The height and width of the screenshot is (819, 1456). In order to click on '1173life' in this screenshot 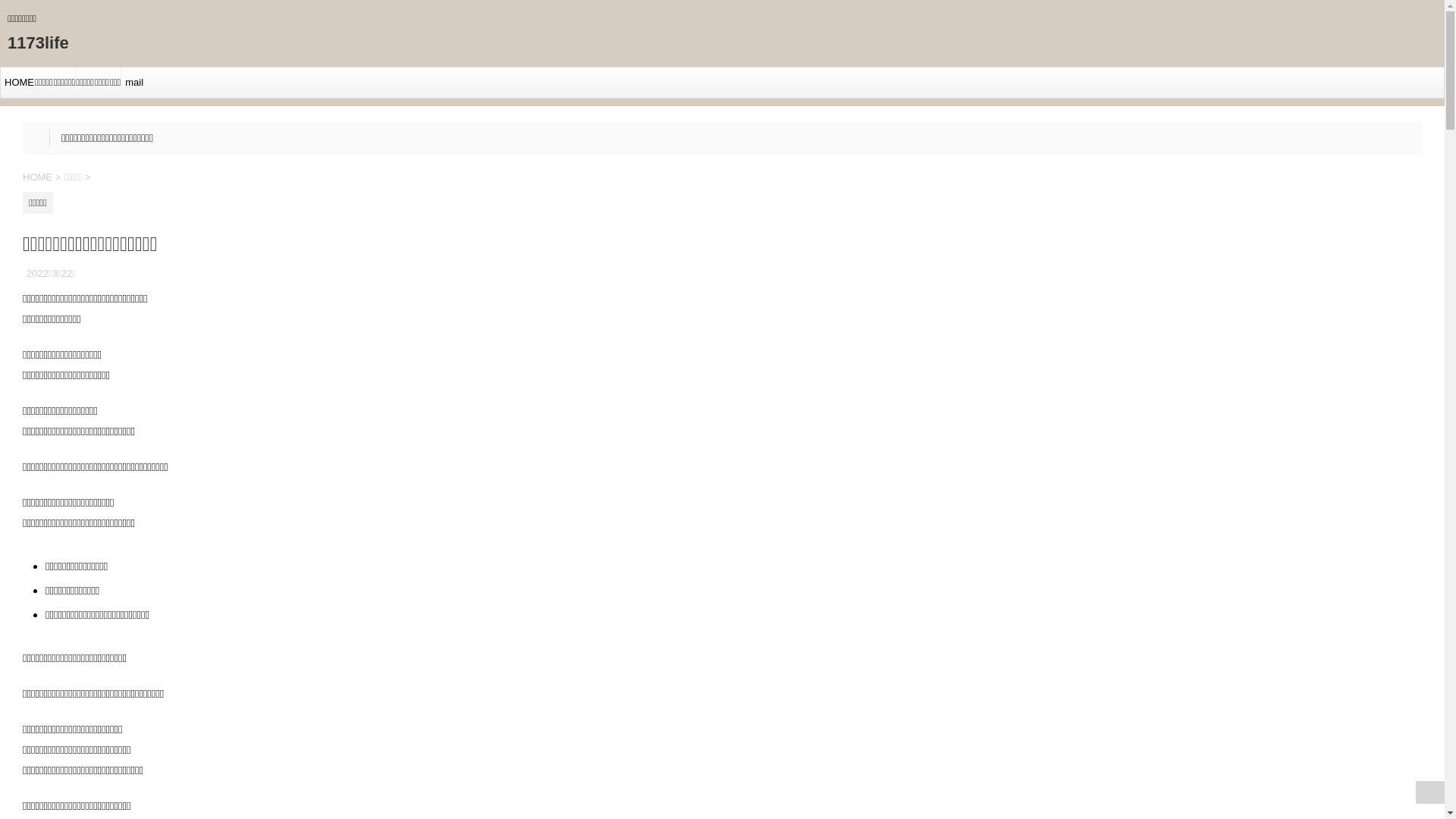, I will do `click(38, 42)`.